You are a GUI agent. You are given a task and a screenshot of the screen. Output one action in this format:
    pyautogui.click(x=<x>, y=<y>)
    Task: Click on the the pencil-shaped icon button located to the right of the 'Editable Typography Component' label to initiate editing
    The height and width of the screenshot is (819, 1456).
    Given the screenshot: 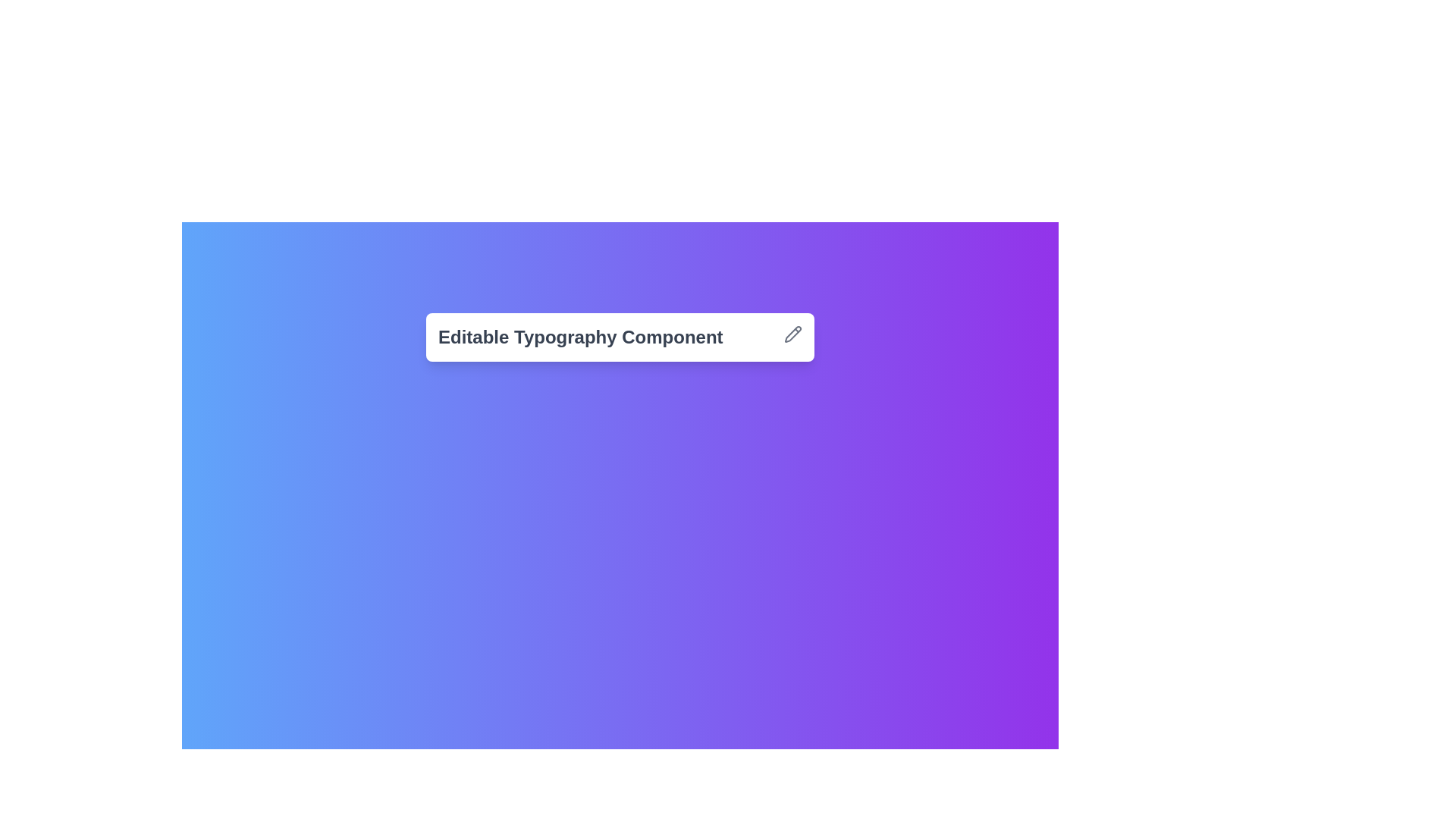 What is the action you would take?
    pyautogui.click(x=792, y=332)
    